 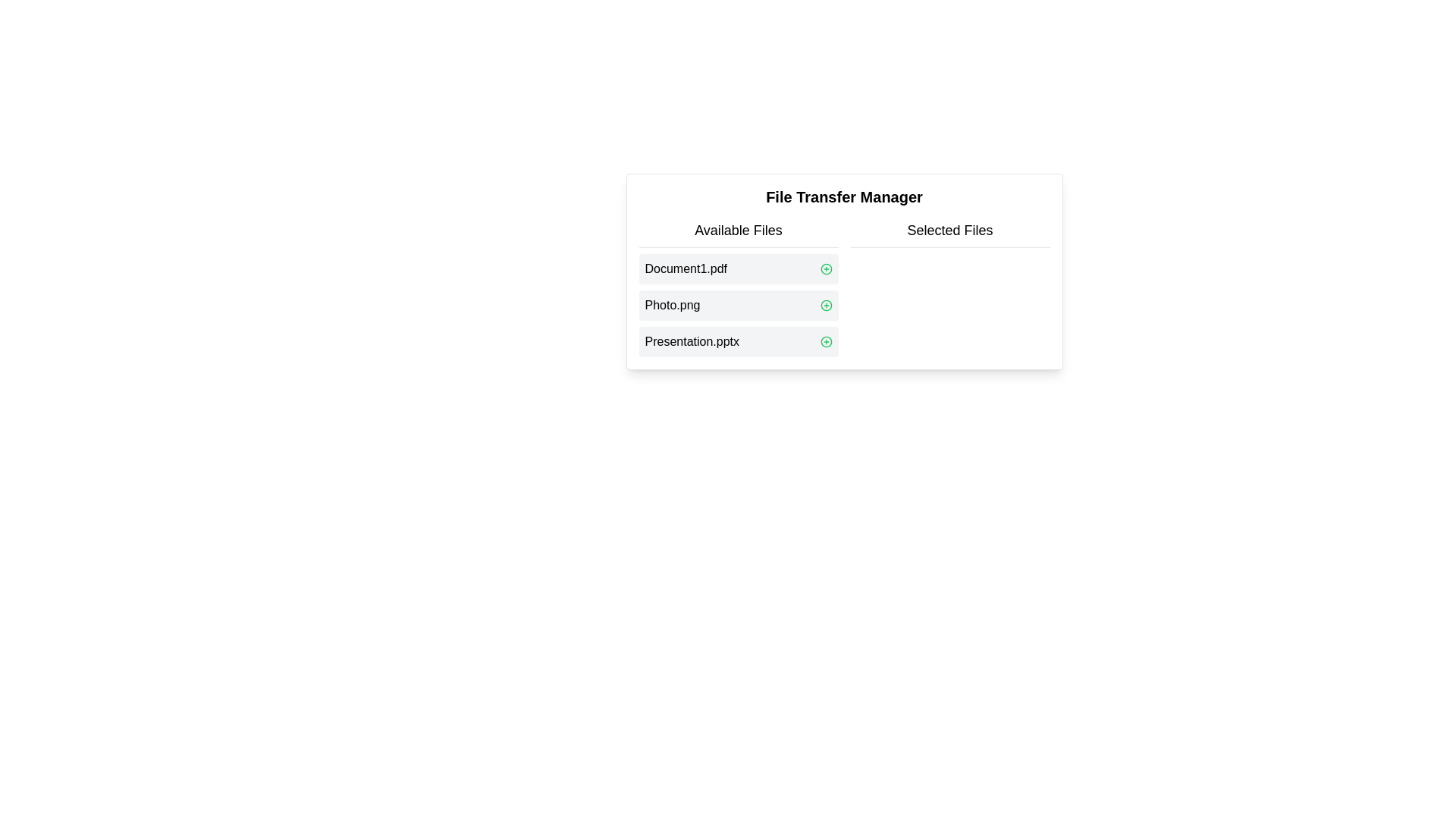 I want to click on the SVG Circle element that forms the outer ring of a plus icon, which is a circular outline with a hollow center, so click(x=825, y=305).